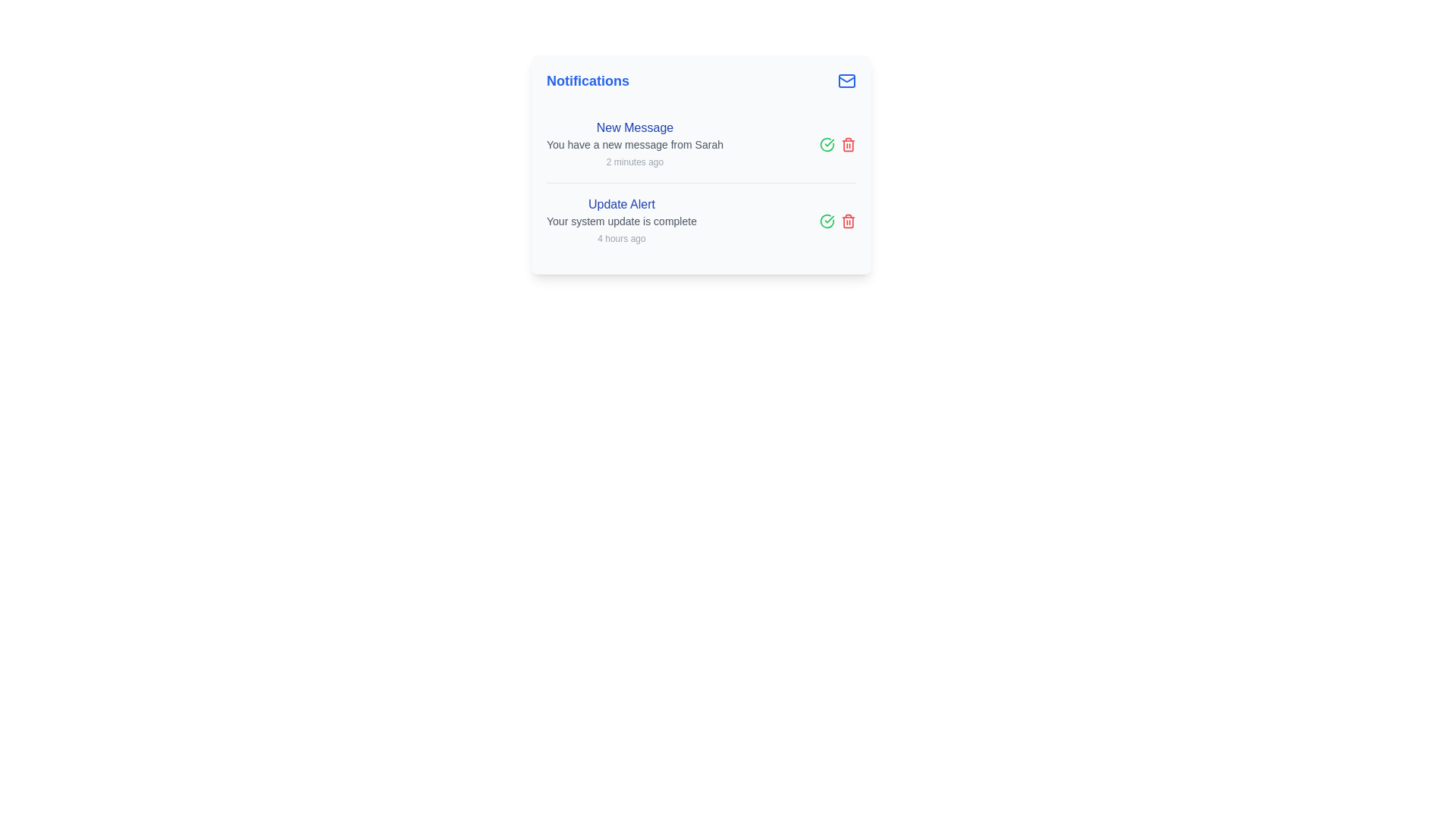 This screenshot has height=819, width=1456. What do you see at coordinates (622, 221) in the screenshot?
I see `the Textual Notification Block indicating a completed system update, located in the Notifications section below the New Message notification` at bounding box center [622, 221].